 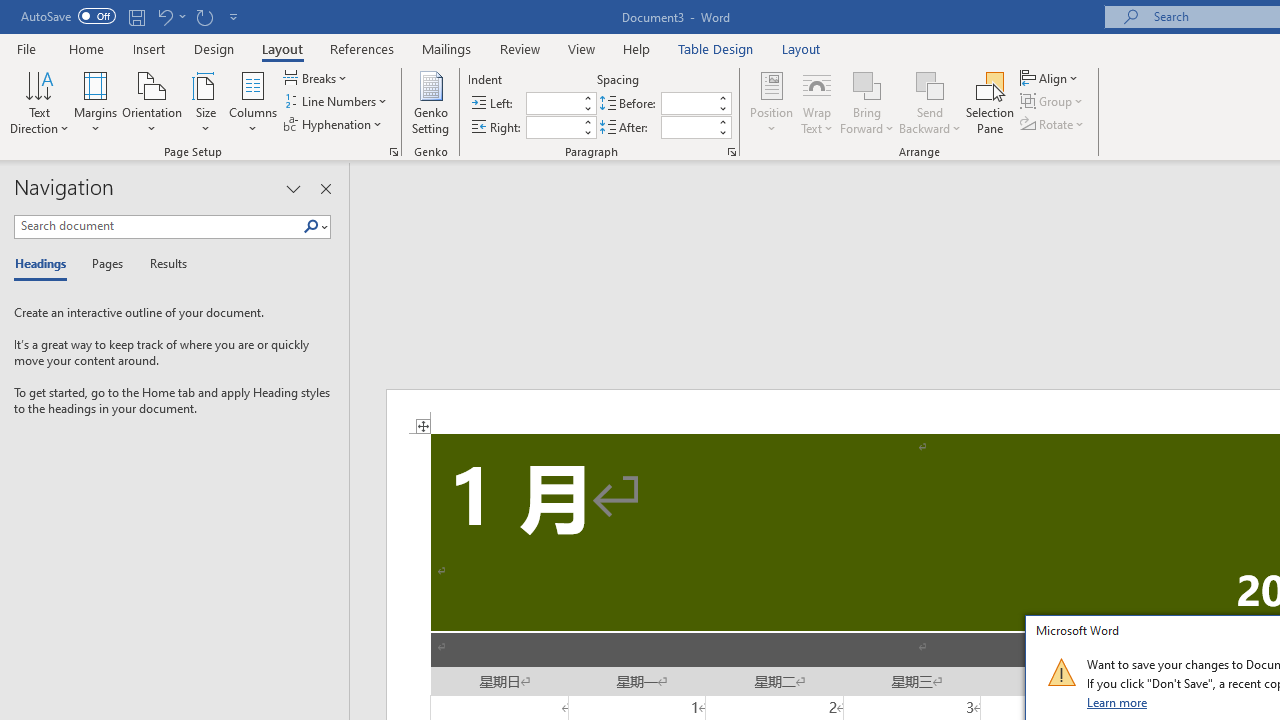 I want to click on 'Line Numbers', so click(x=337, y=101).